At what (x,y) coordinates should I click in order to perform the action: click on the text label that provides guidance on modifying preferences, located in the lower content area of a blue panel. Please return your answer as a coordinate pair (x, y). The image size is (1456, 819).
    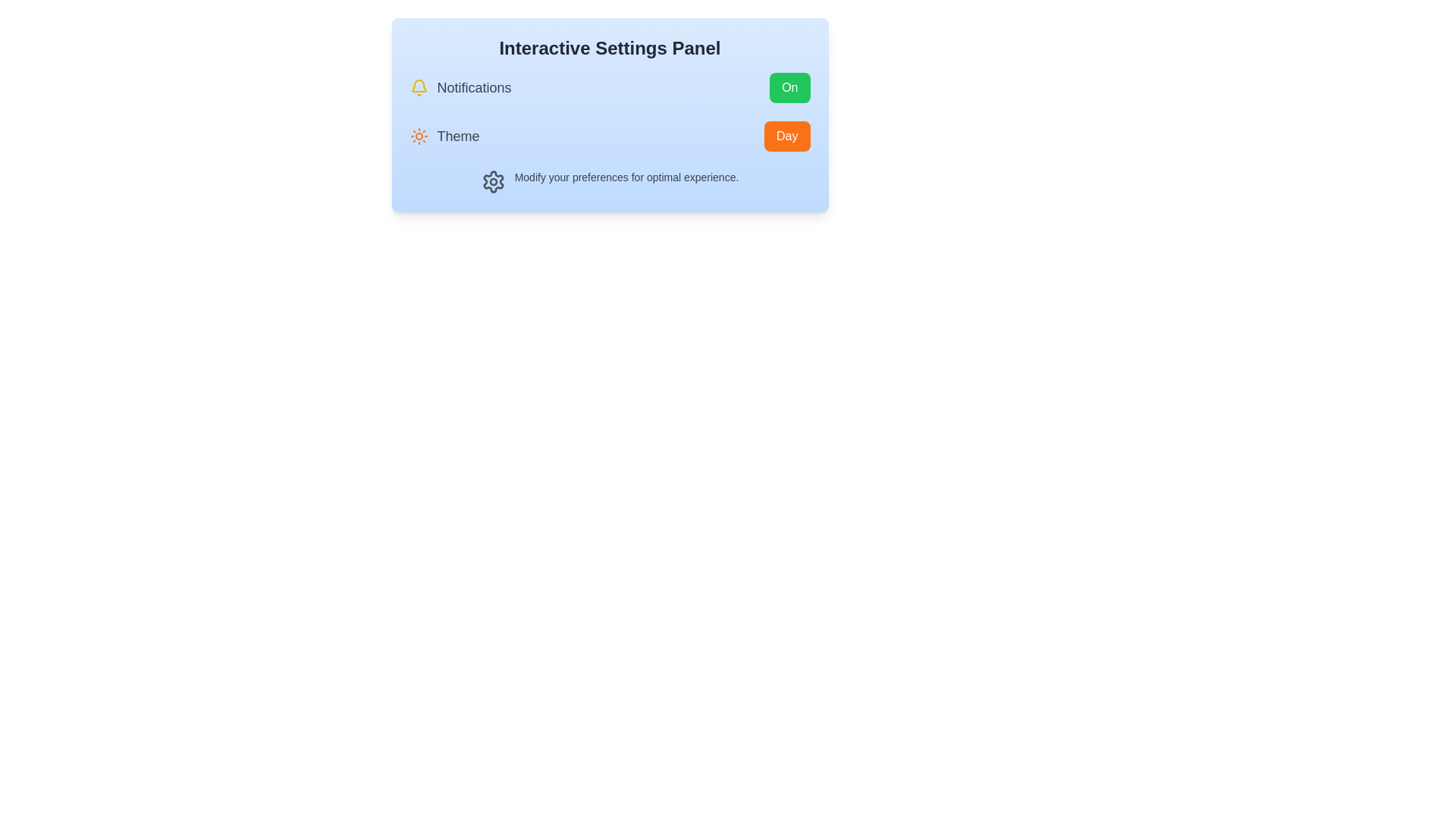
    Looking at the image, I should click on (626, 180).